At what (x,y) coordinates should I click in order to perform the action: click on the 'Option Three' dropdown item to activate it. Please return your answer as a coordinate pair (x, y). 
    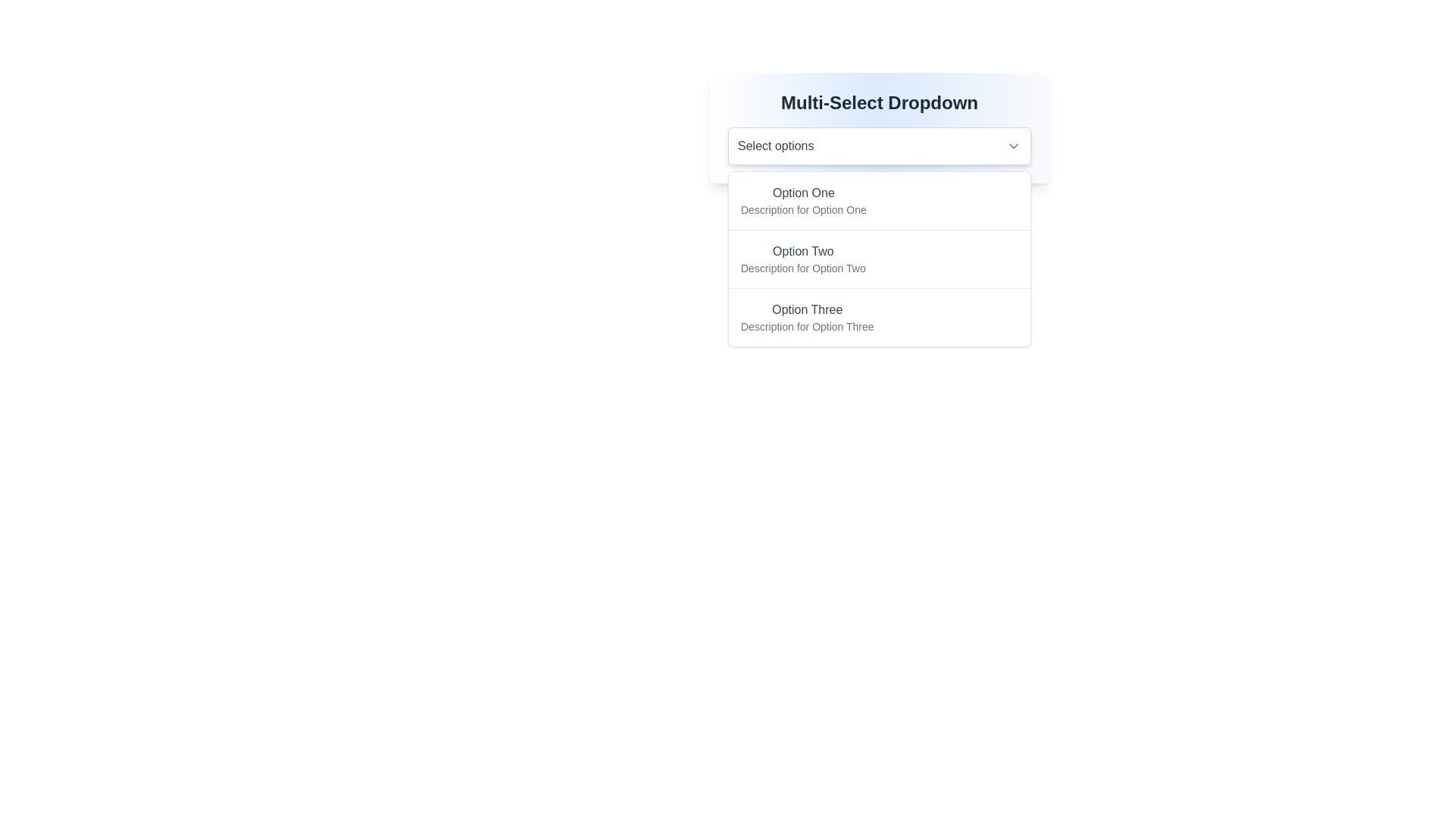
    Looking at the image, I should click on (806, 317).